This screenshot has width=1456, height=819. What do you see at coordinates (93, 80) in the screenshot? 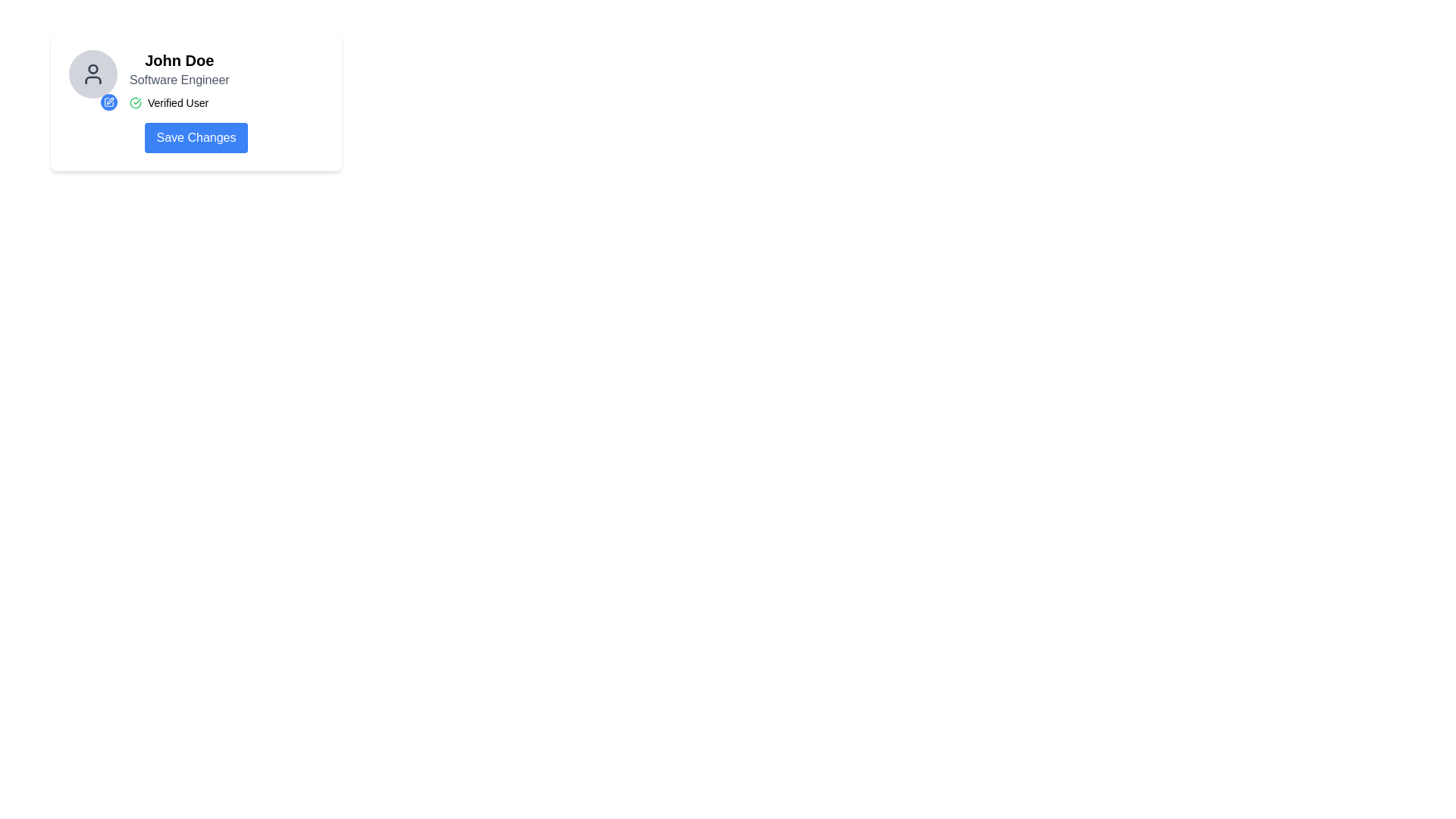
I see `the lower section of the user icon located in the top-left portion of the visible card, which slightly overlaps with the circle representing the user's head` at bounding box center [93, 80].